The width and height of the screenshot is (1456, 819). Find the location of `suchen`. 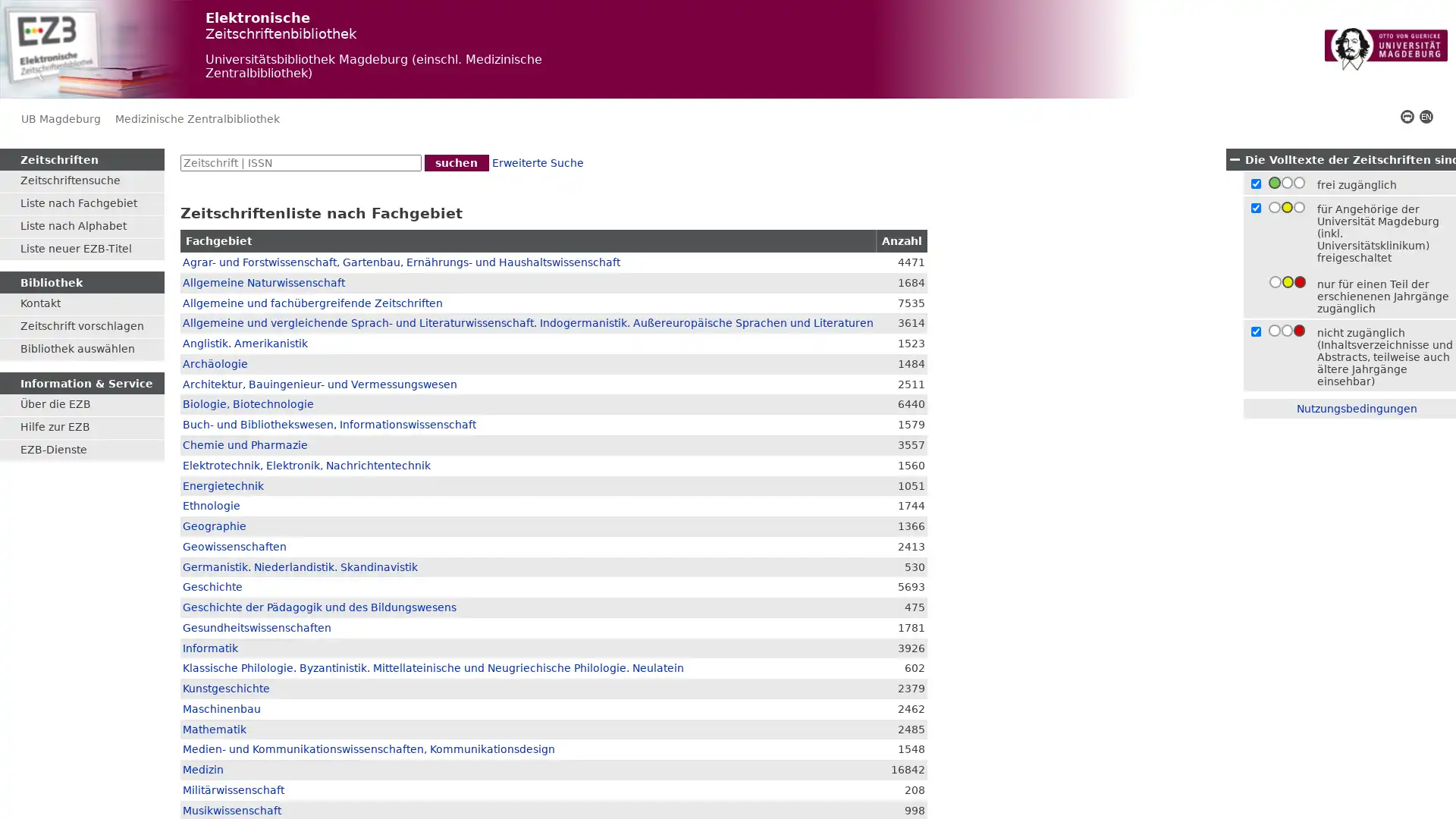

suchen is located at coordinates (455, 163).